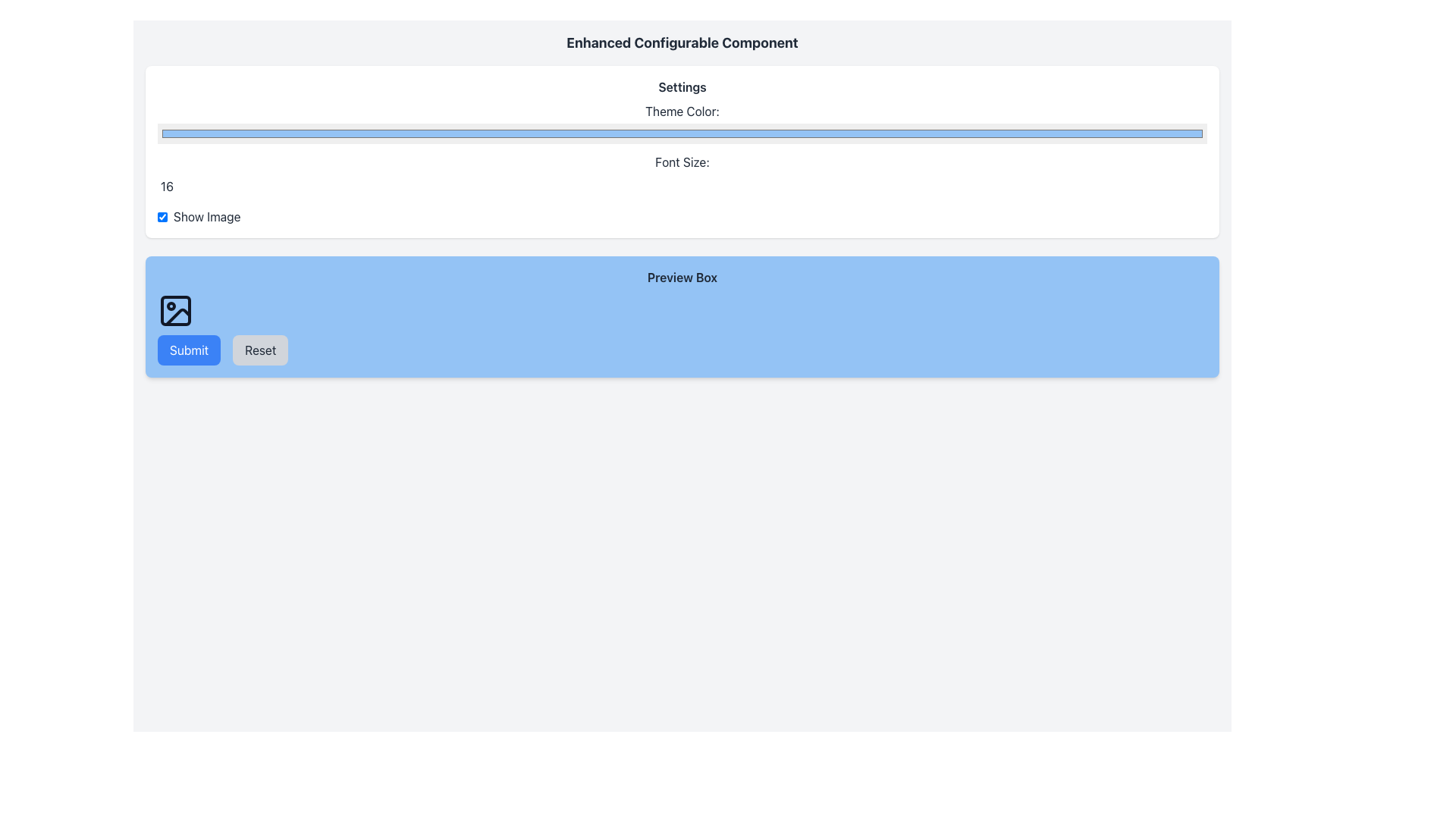 The height and width of the screenshot is (819, 1456). I want to click on the landscape icon, which features a sun or moon and a mountain line, located in the 'Preview Box' section above the 'Submit' button, so click(175, 309).